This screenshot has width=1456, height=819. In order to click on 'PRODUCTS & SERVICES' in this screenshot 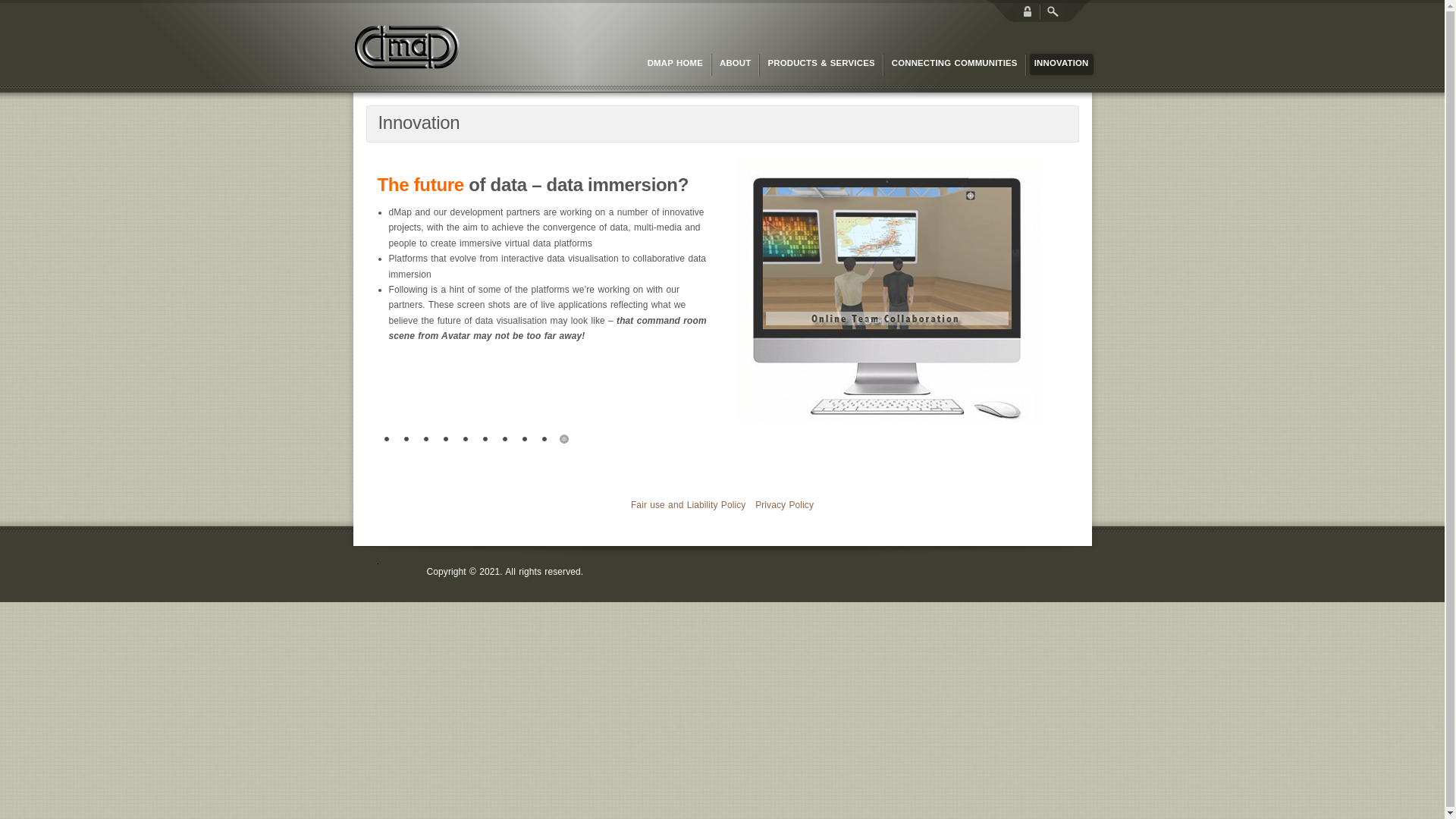, I will do `click(820, 63)`.